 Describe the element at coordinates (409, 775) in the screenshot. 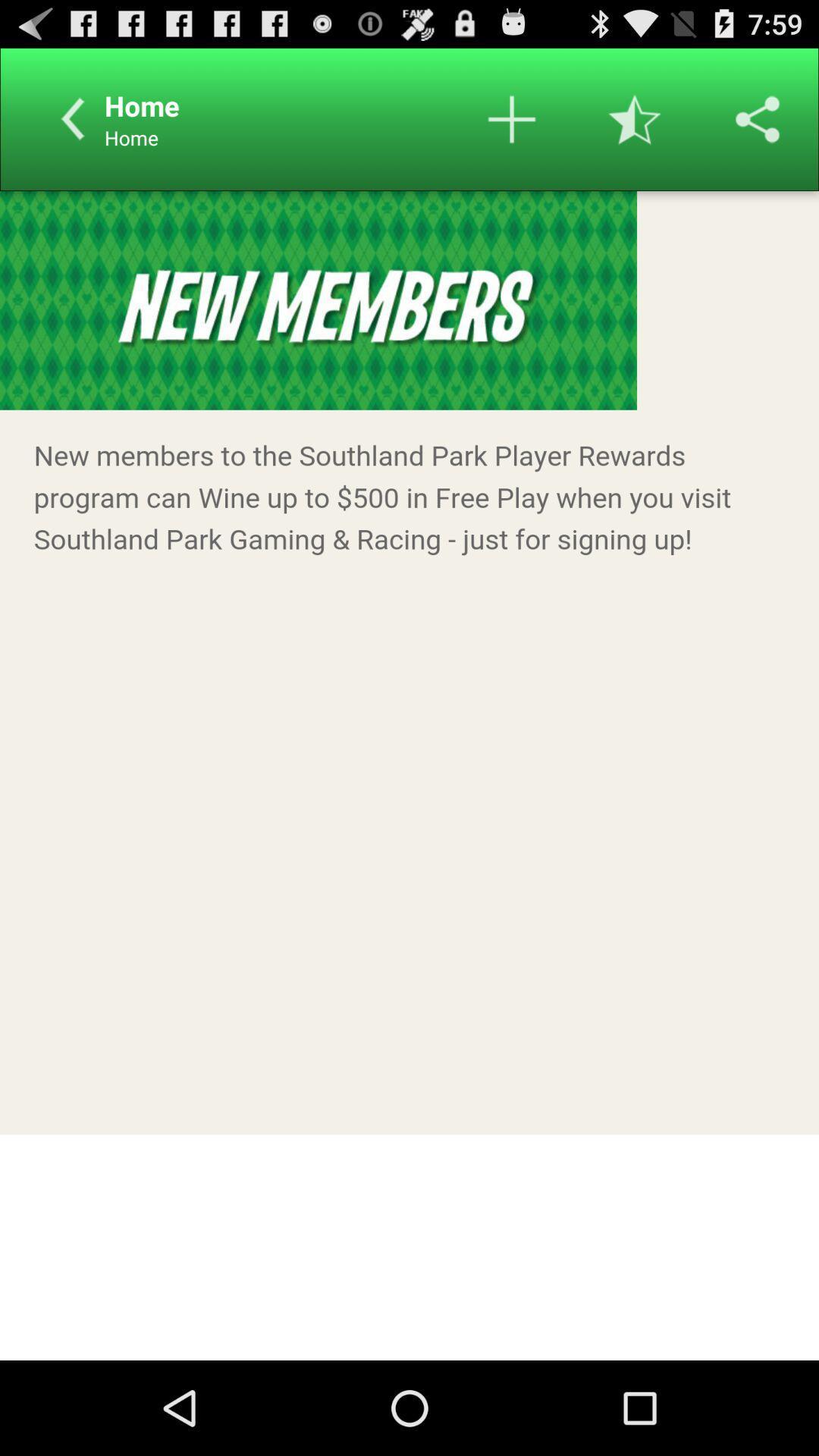

I see `sign up to become member` at that location.